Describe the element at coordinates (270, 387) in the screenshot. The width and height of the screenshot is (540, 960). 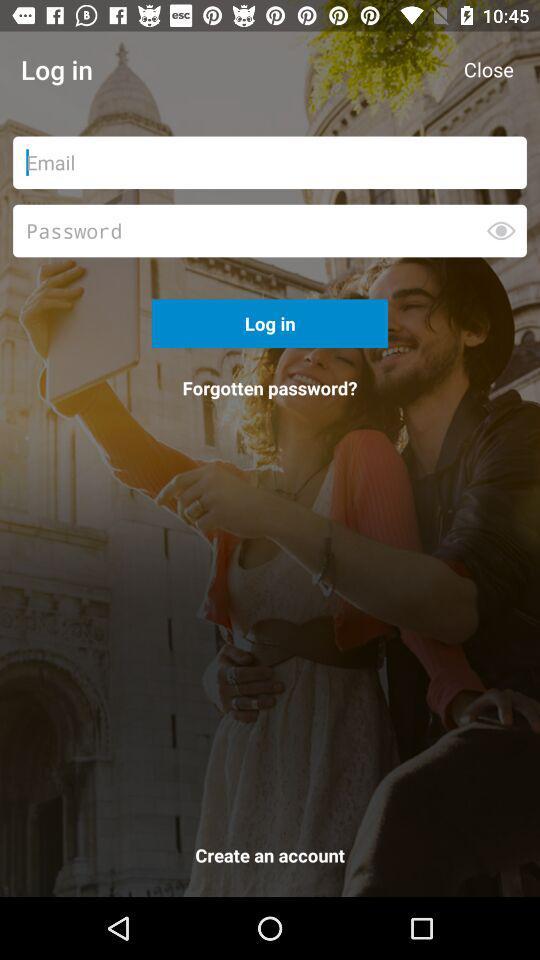
I see `the icon below log in` at that location.